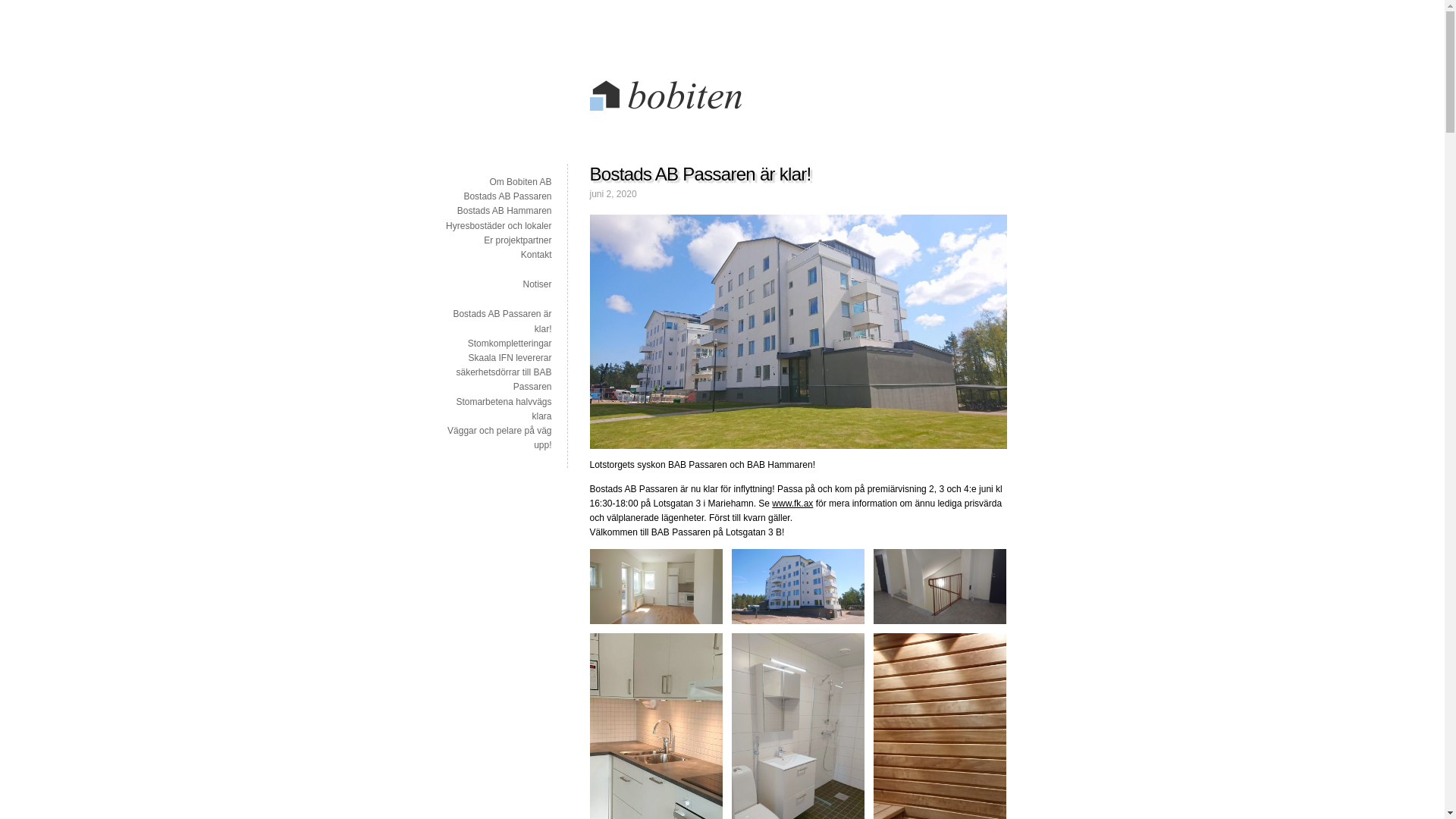 This screenshot has height=819, width=1456. What do you see at coordinates (536, 253) in the screenshot?
I see `'Kontakt'` at bounding box center [536, 253].